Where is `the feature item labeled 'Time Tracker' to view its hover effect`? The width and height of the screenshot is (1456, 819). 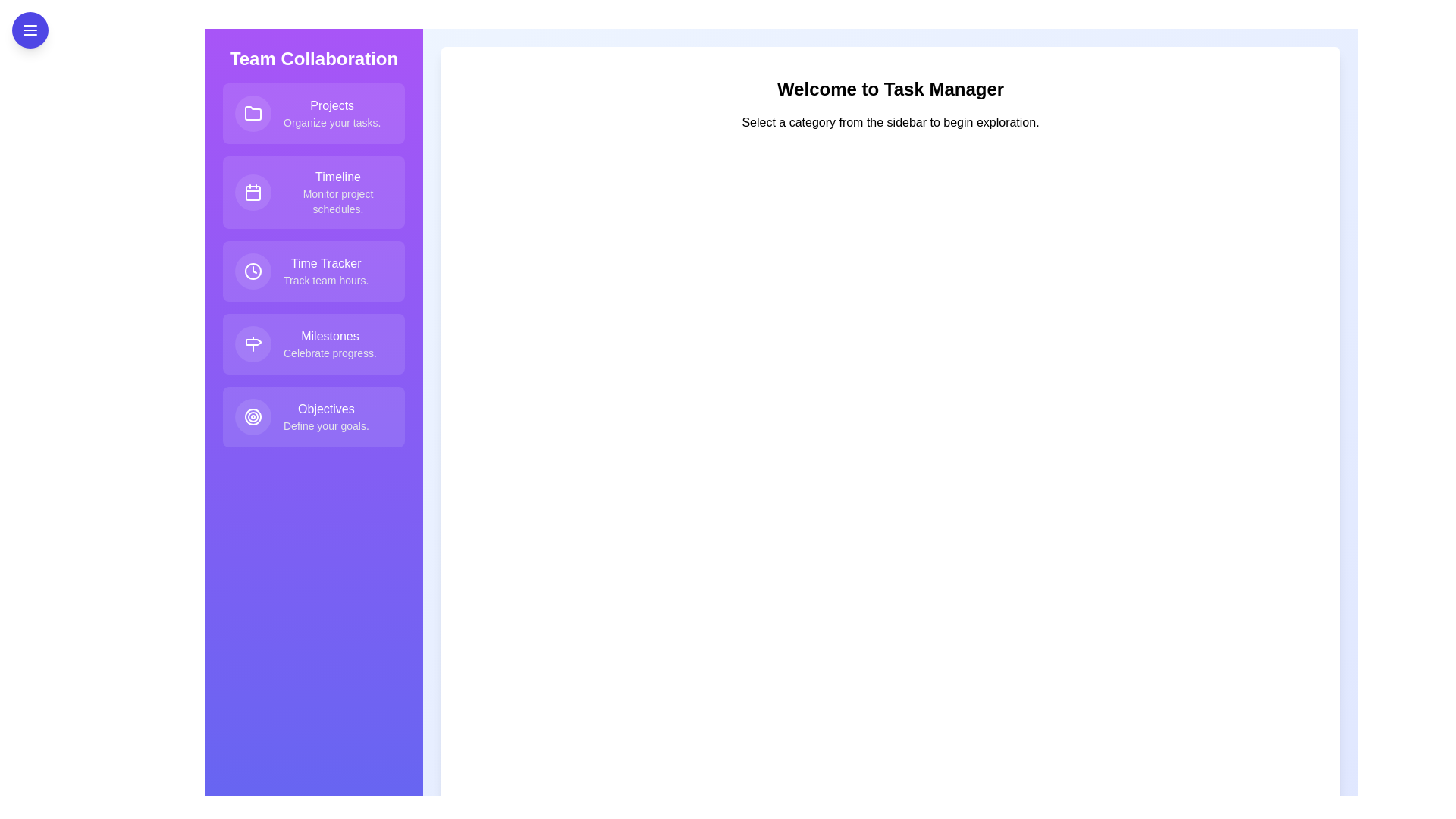 the feature item labeled 'Time Tracker' to view its hover effect is located at coordinates (312, 271).